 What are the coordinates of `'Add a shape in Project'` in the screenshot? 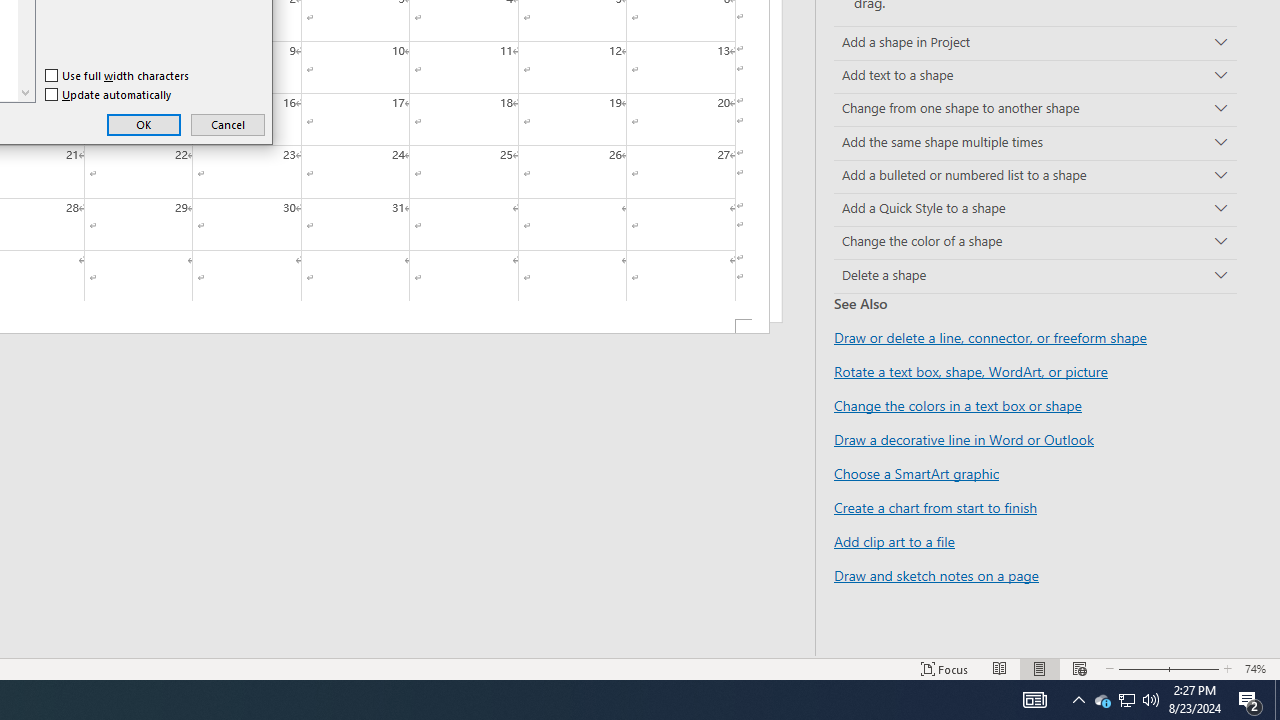 It's located at (1035, 43).